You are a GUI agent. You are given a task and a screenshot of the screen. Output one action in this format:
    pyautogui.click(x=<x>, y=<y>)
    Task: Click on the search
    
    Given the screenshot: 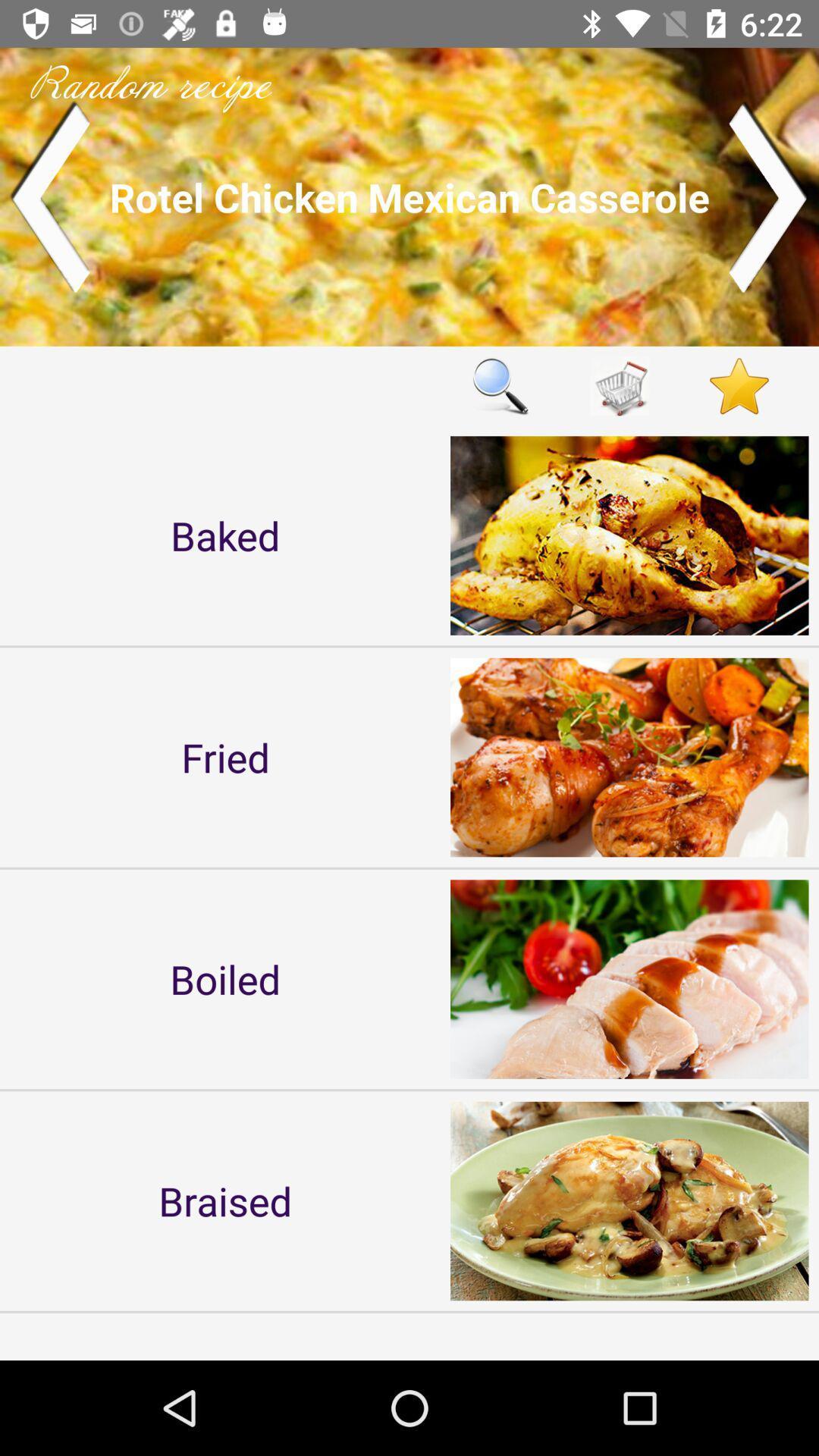 What is the action you would take?
    pyautogui.click(x=500, y=386)
    